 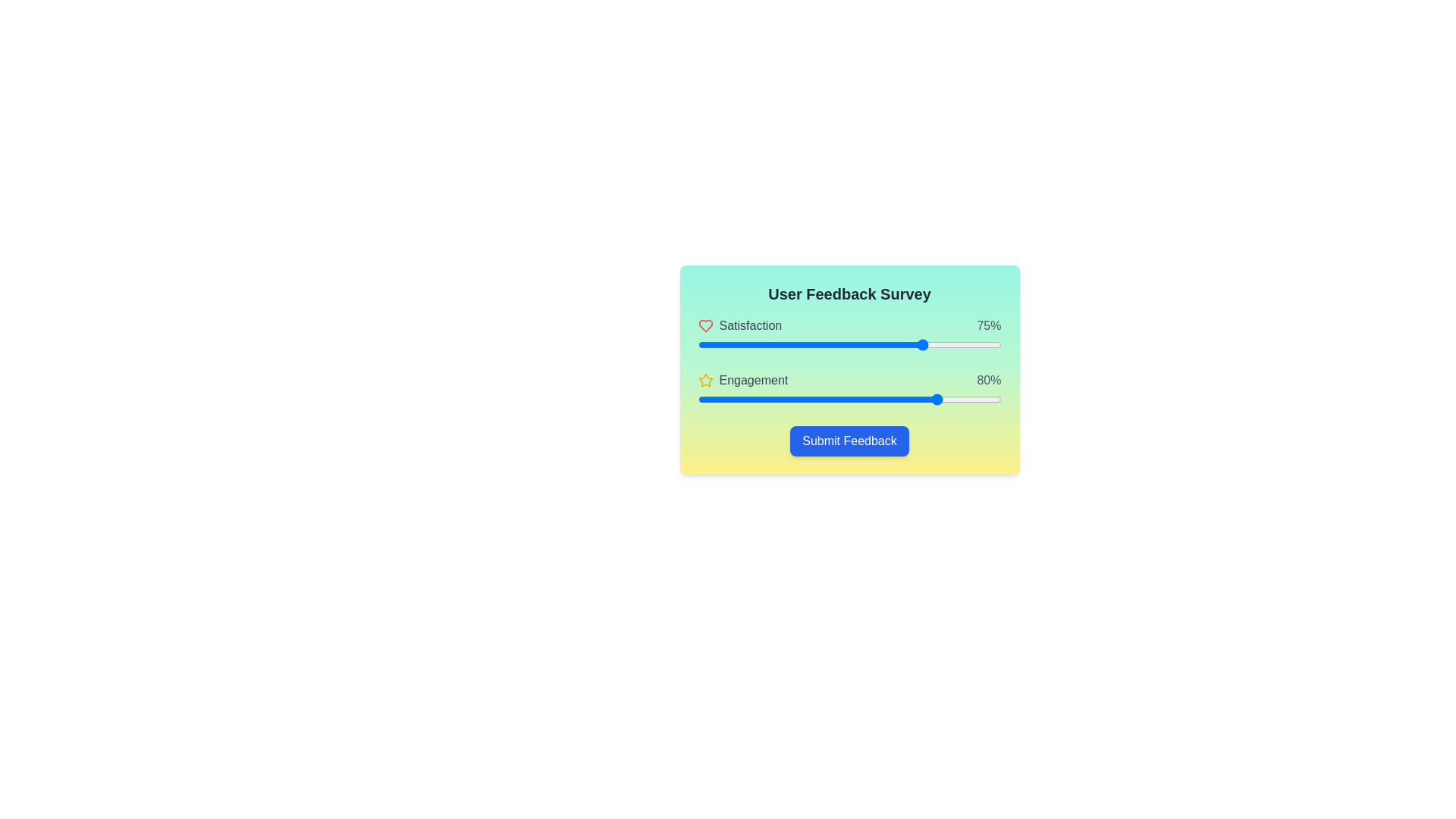 I want to click on the engagement slider to set its value to 18, so click(x=752, y=399).